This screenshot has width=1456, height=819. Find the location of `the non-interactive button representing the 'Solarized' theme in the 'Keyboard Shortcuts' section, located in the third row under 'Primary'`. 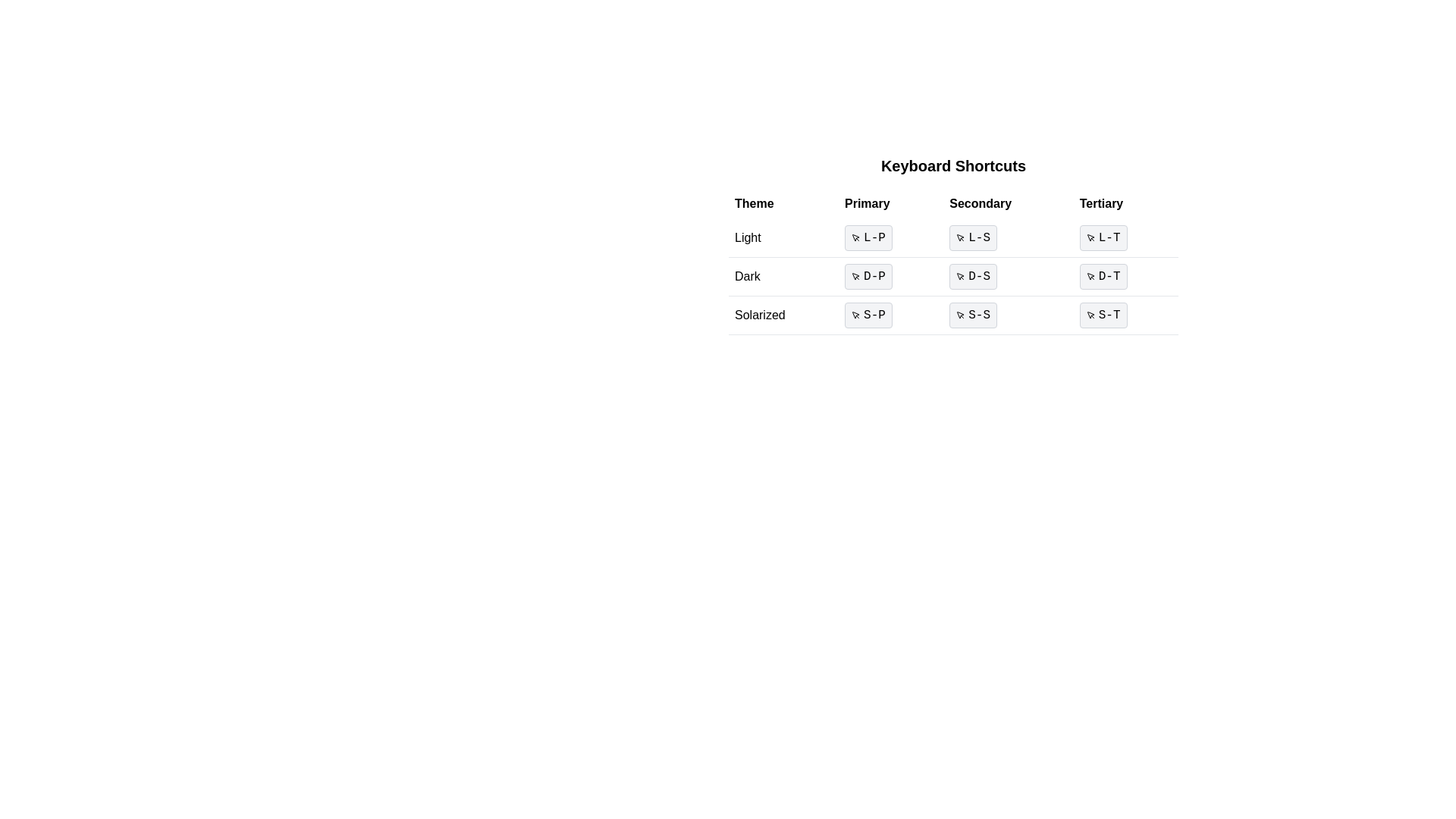

the non-interactive button representing the 'Solarized' theme in the 'Keyboard Shortcuts' section, located in the third row under 'Primary' is located at coordinates (891, 315).